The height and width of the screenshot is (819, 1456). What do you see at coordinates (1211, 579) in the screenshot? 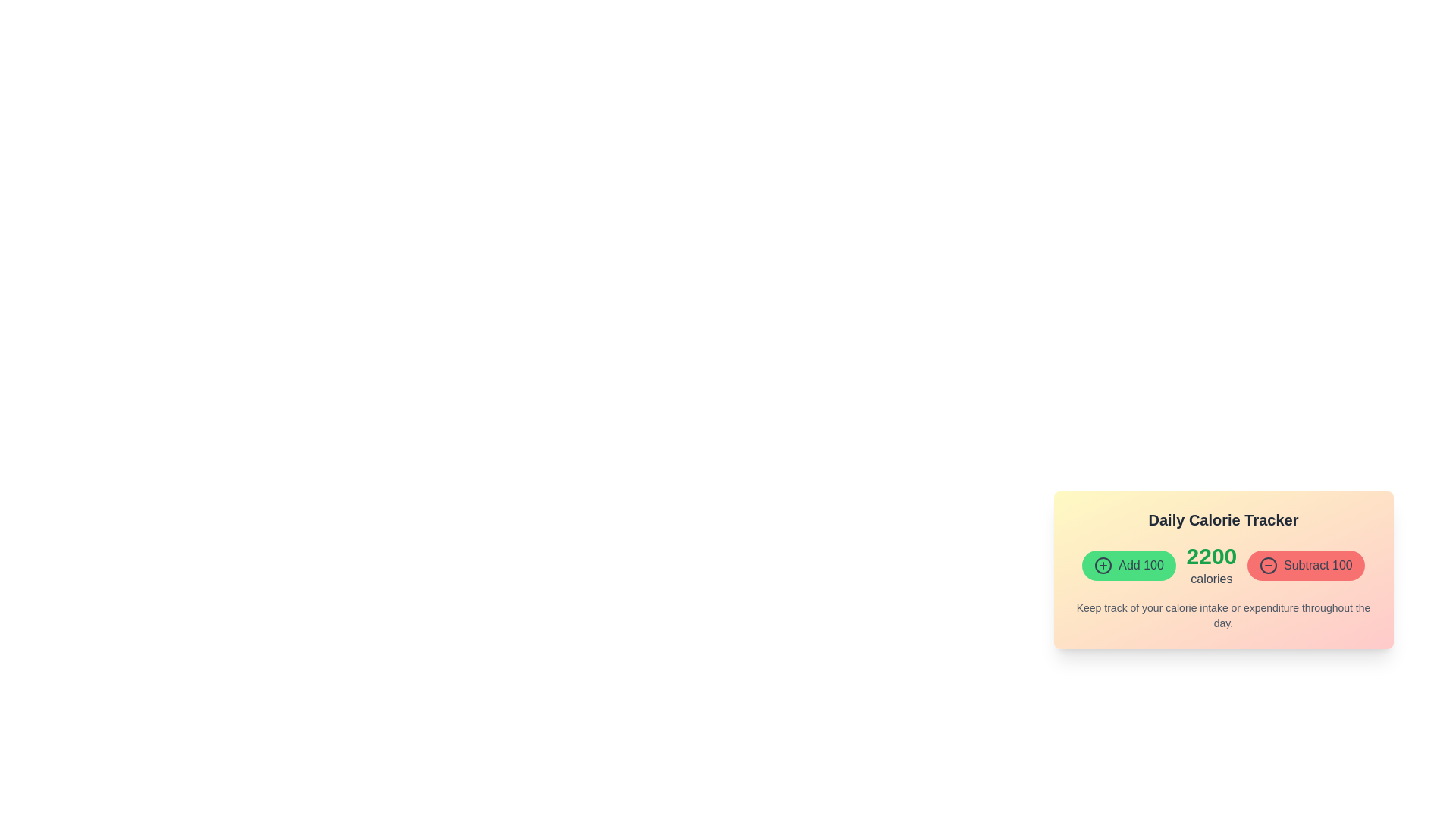
I see `text content of the label indicating the unit of measure for the calorie count displayed in the 'Daily Calorie Tracker' section, located below the bold green text '2200'` at bounding box center [1211, 579].